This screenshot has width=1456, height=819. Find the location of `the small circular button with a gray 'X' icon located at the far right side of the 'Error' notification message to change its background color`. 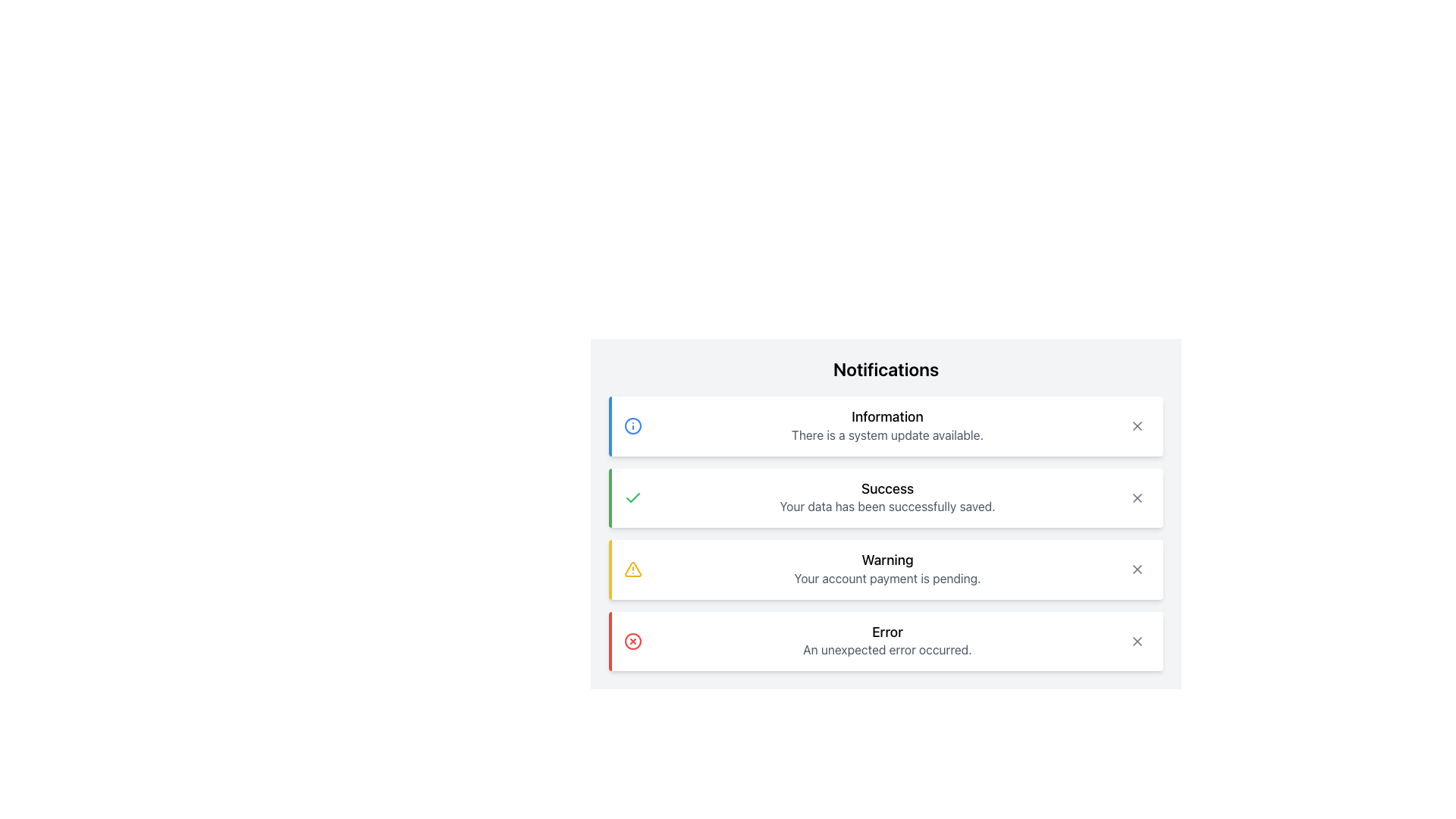

the small circular button with a gray 'X' icon located at the far right side of the 'Error' notification message to change its background color is located at coordinates (1137, 640).